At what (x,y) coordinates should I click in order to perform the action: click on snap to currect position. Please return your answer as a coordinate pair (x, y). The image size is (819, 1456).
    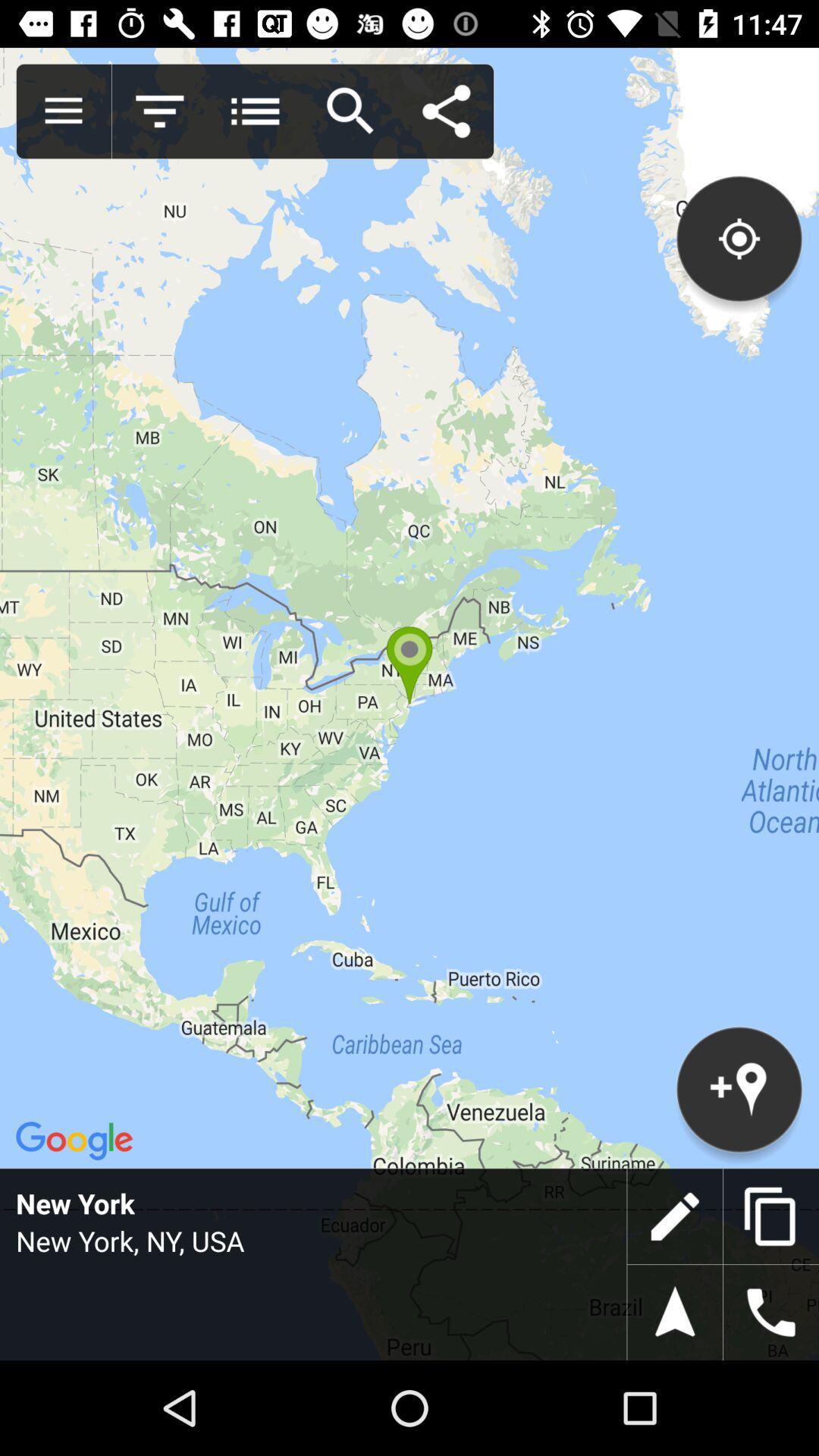
    Looking at the image, I should click on (674, 1312).